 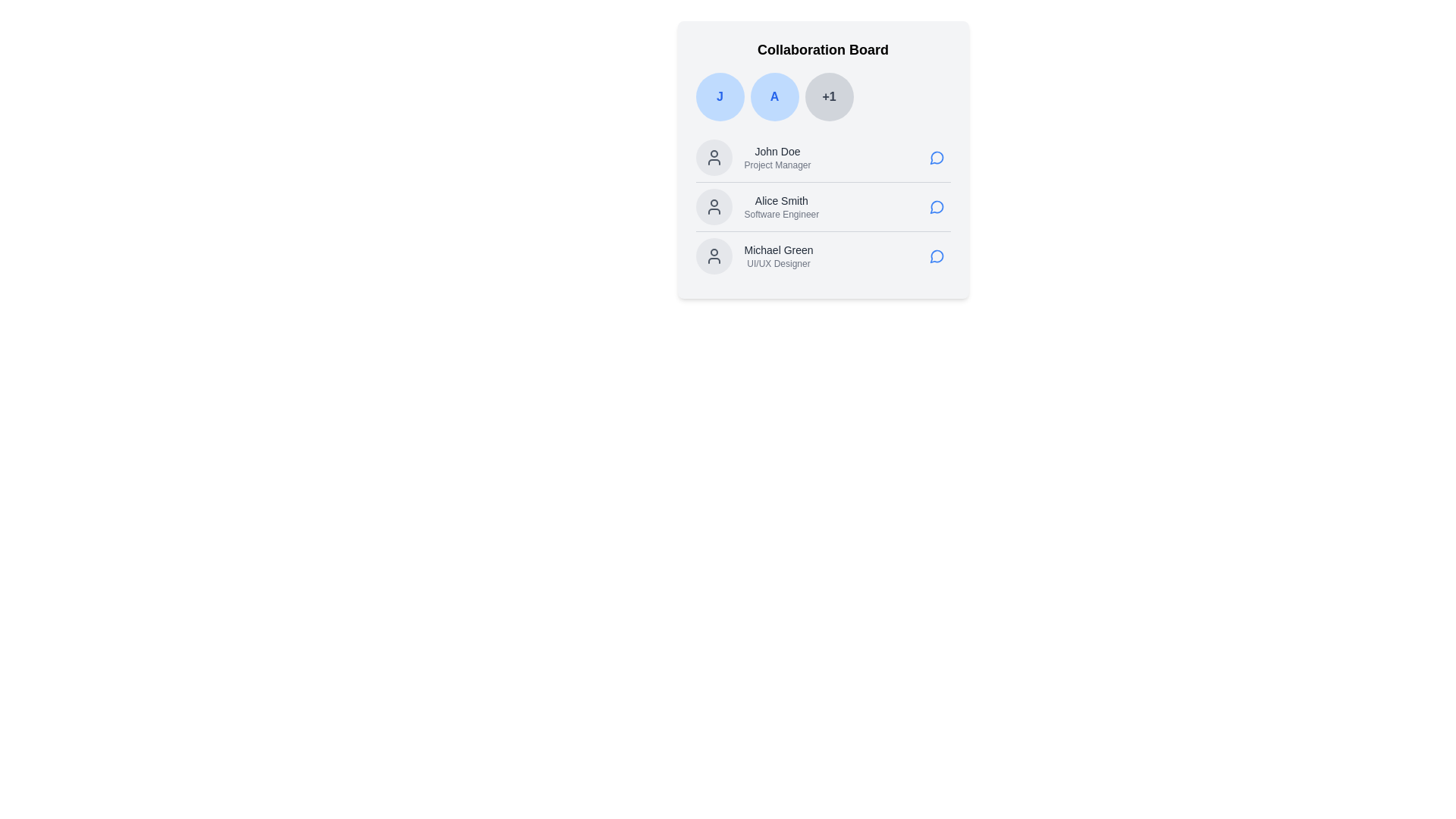 I want to click on the first user icon representing 'John Doe' in the 'Collaboration Board' panel, so click(x=713, y=158).